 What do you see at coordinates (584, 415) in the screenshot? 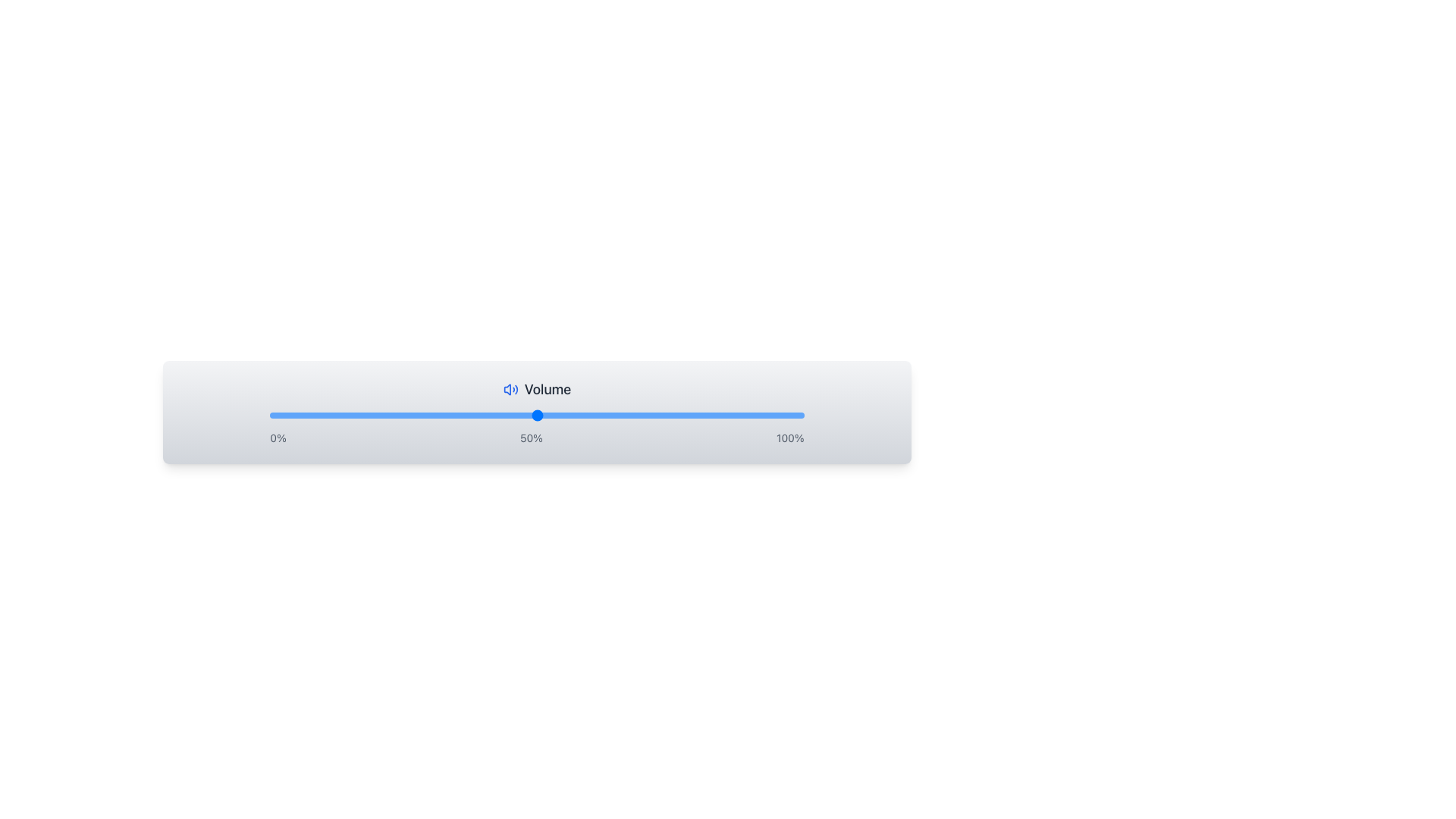
I see `the volume` at bounding box center [584, 415].